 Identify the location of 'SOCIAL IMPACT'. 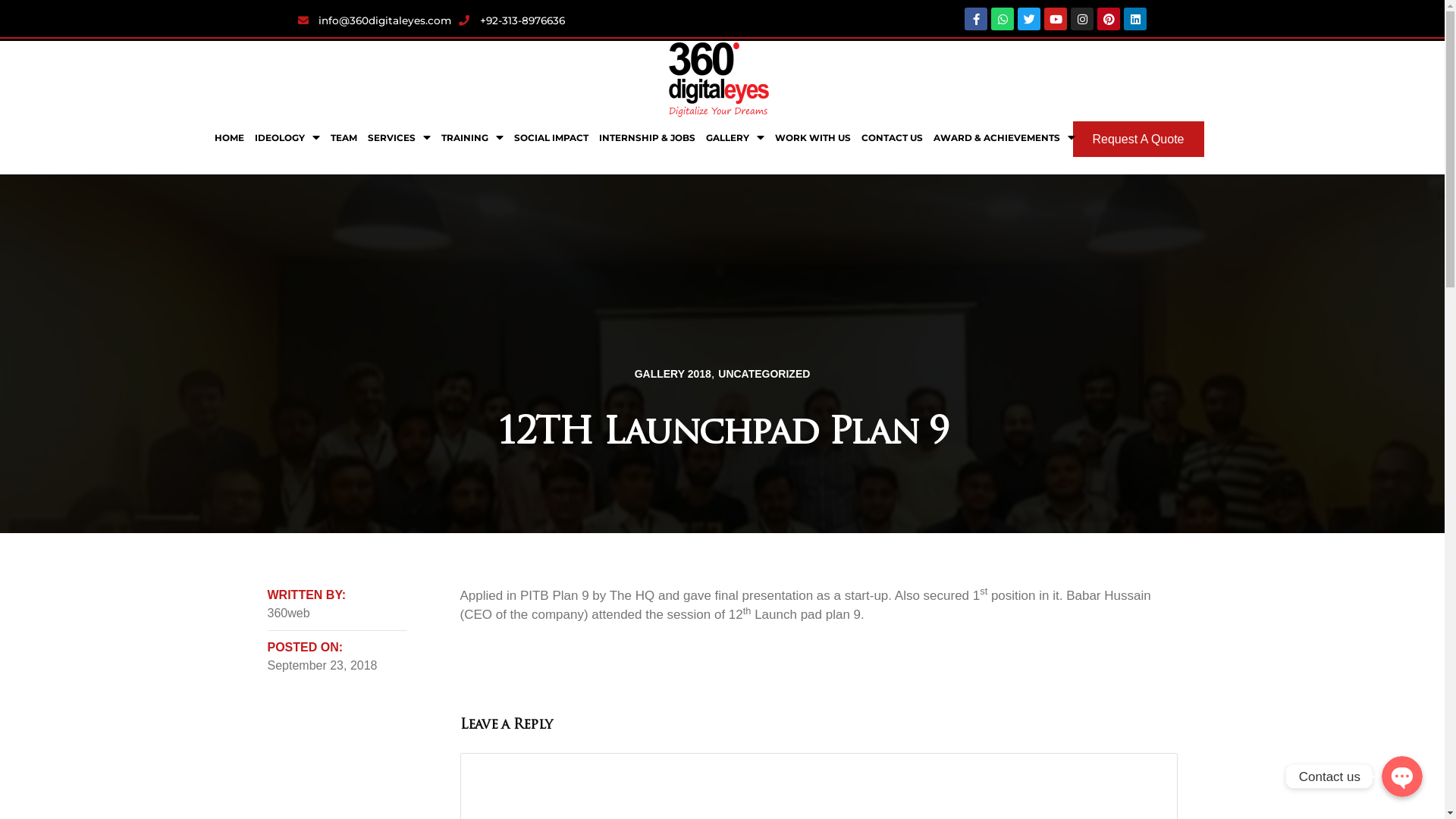
(549, 137).